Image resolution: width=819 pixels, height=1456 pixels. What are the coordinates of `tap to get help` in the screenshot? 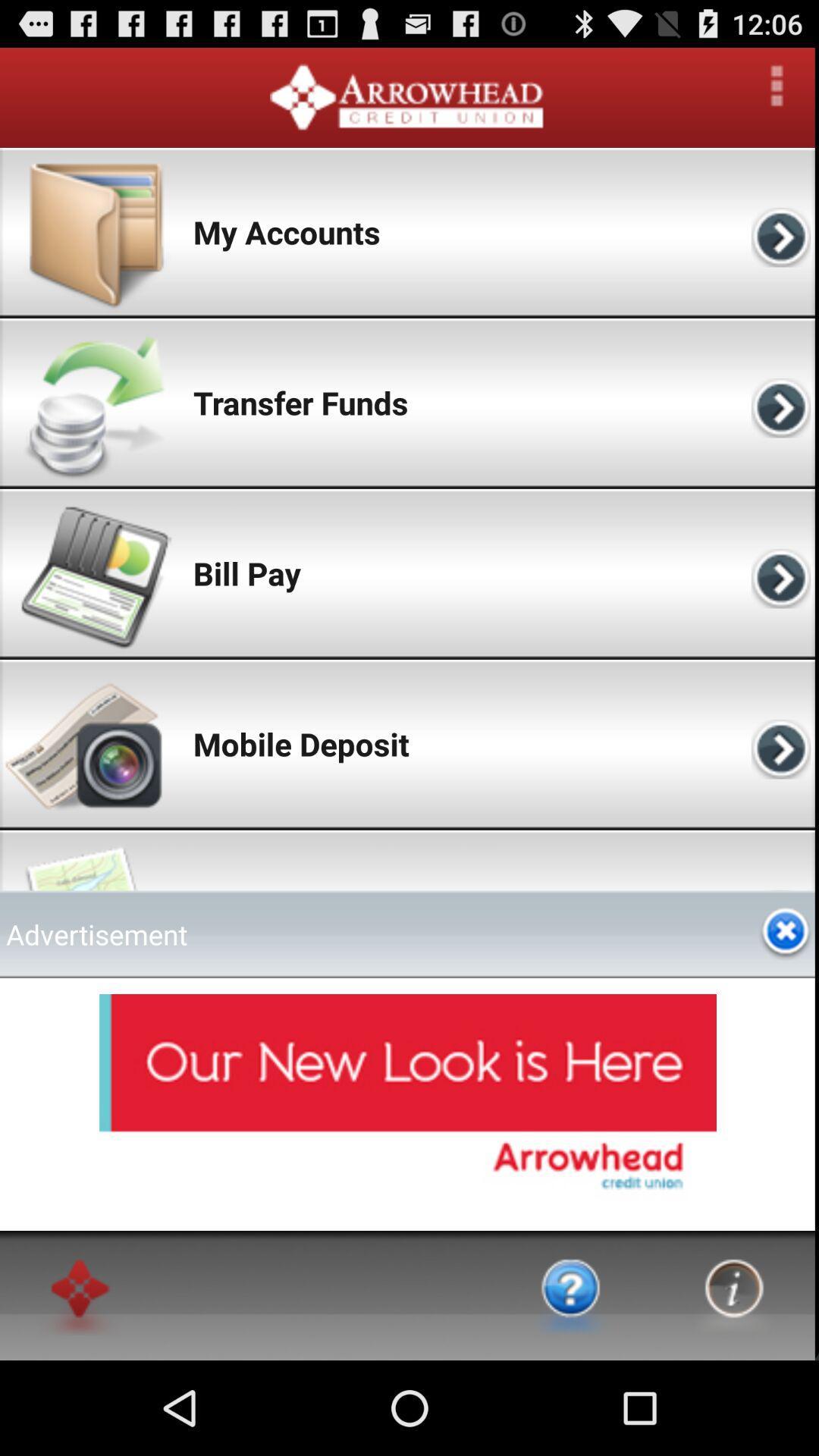 It's located at (571, 1294).